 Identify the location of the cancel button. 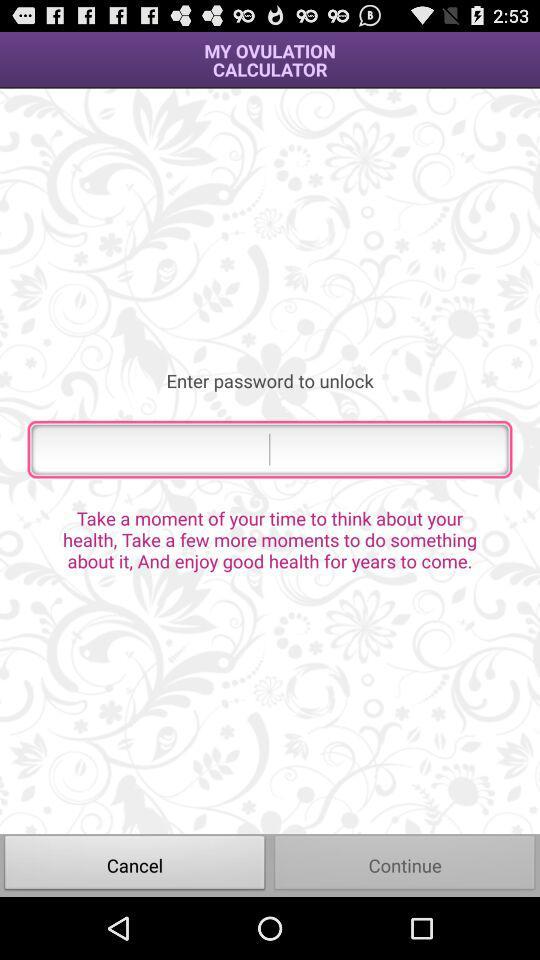
(135, 864).